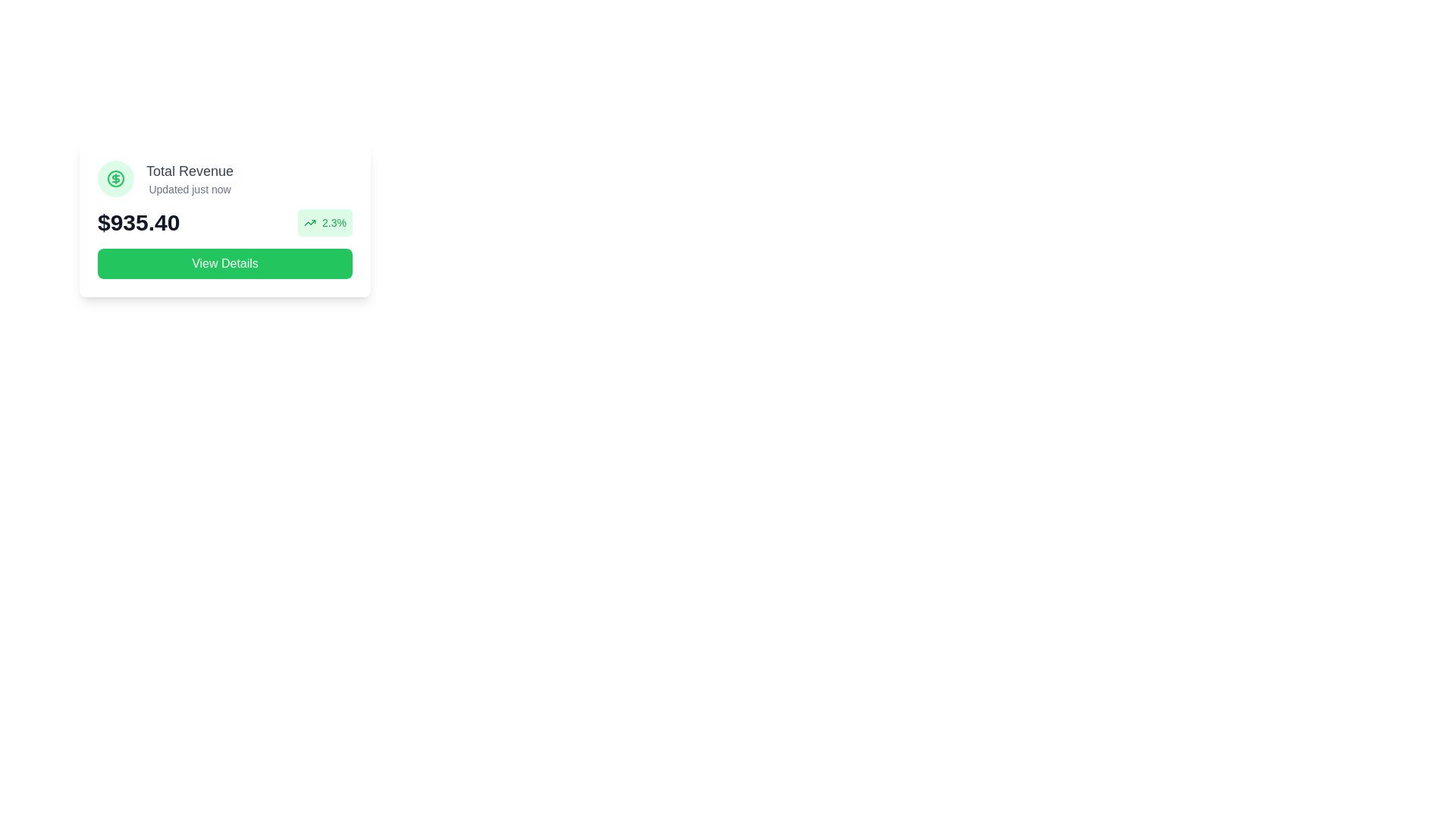 The image size is (1456, 819). What do you see at coordinates (115, 177) in the screenshot?
I see `the SVG Circle element that visually indicates 'Revenue' or 'Finance', located near the 'Total Revenue' label` at bounding box center [115, 177].